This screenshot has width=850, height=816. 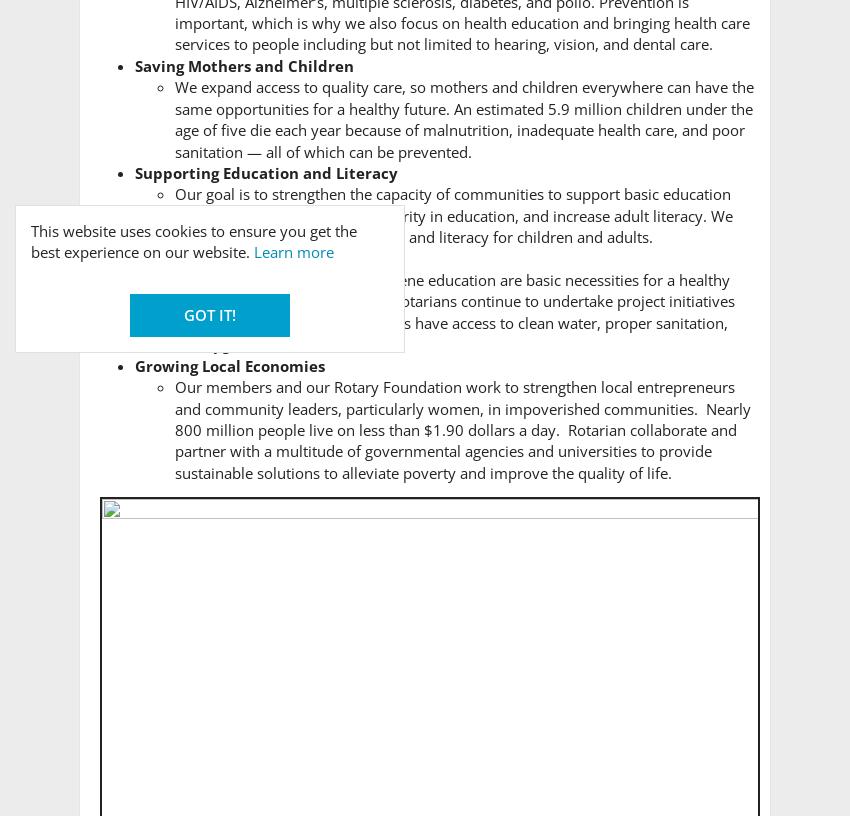 What do you see at coordinates (265, 172) in the screenshot?
I see `'Supporting Education and Literacy'` at bounding box center [265, 172].